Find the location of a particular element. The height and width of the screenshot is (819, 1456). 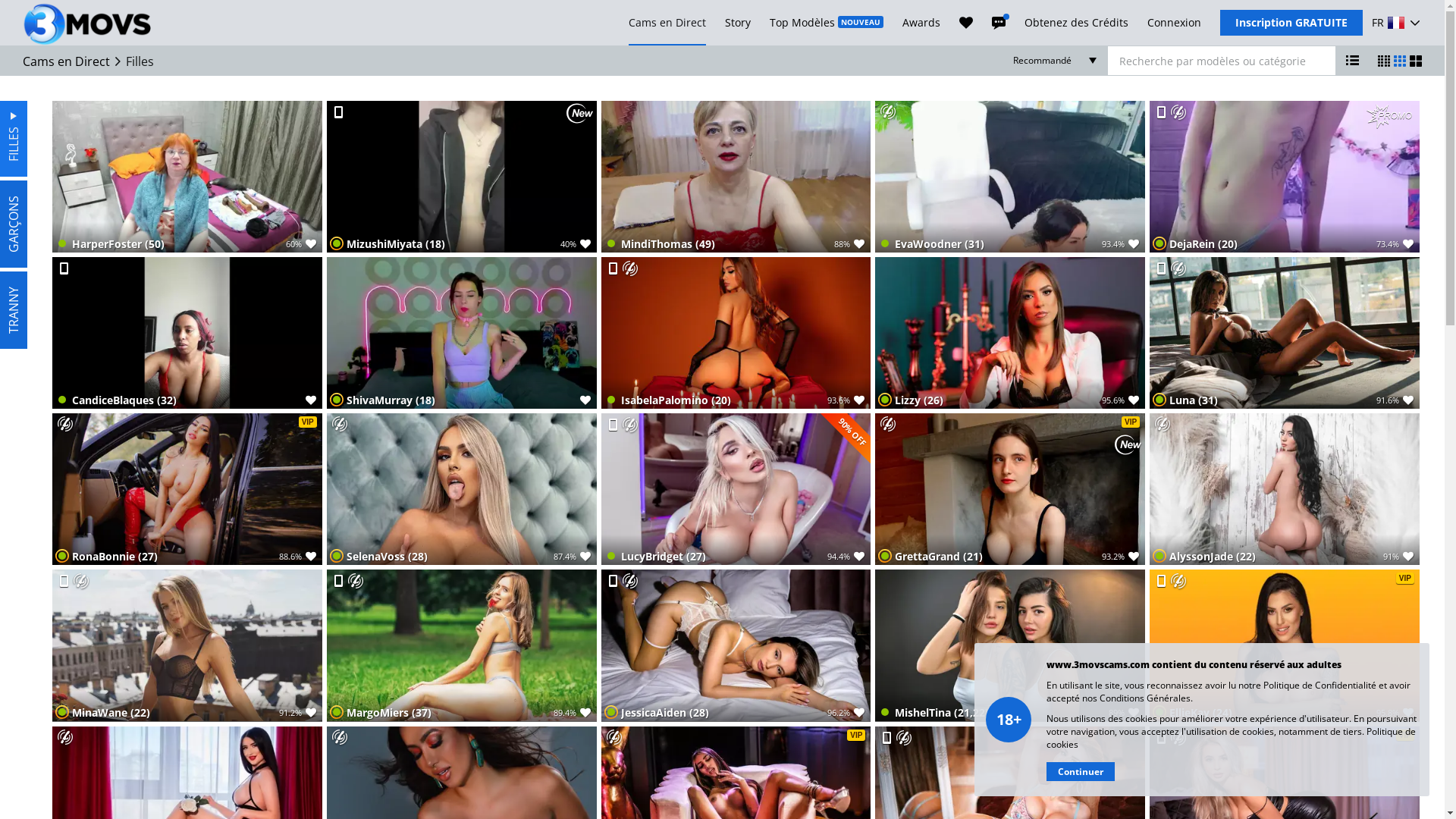

'MishelTina (21,22) is located at coordinates (1010, 645).